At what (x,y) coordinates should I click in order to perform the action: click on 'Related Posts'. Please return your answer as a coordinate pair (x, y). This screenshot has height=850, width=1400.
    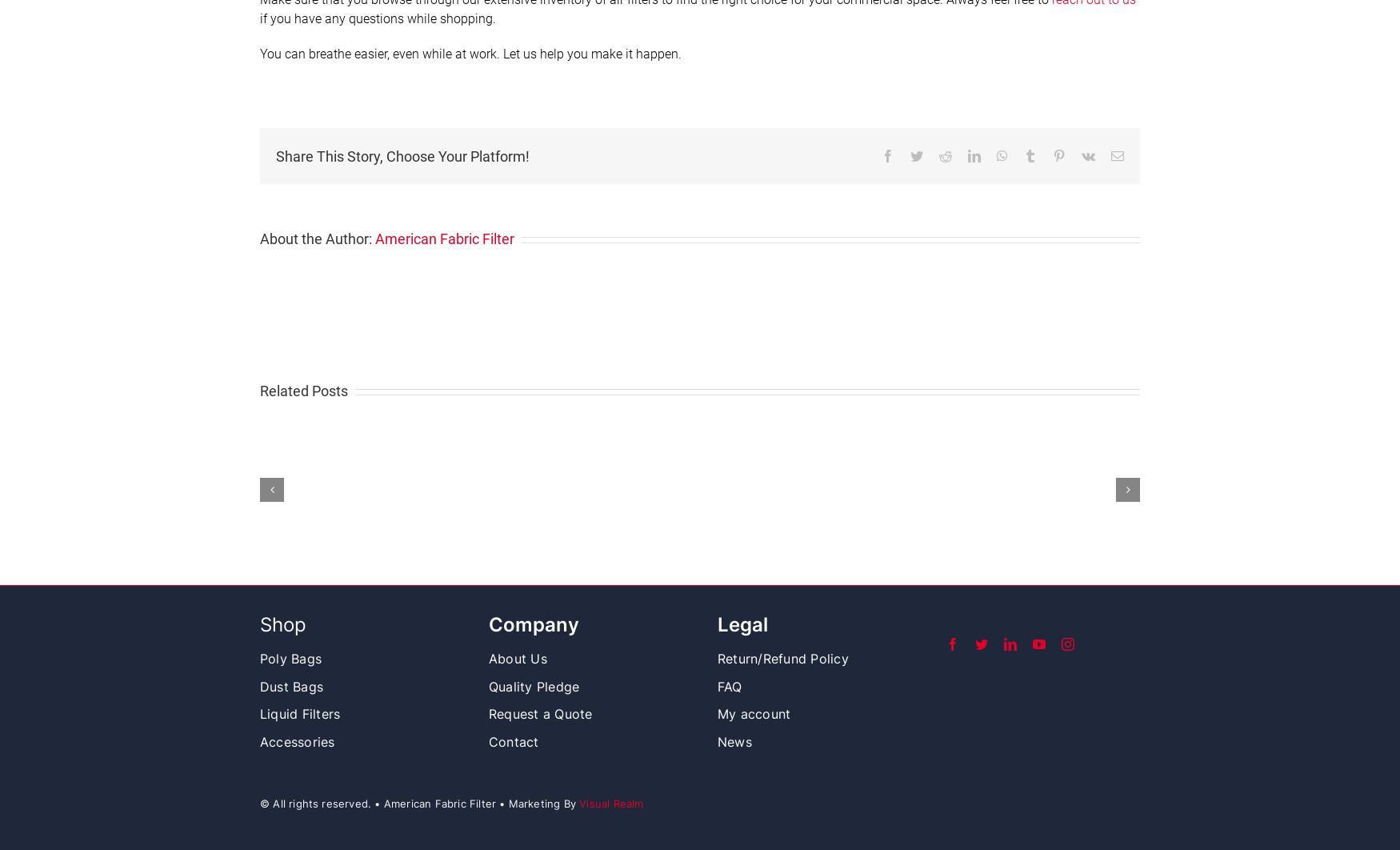
    Looking at the image, I should click on (302, 390).